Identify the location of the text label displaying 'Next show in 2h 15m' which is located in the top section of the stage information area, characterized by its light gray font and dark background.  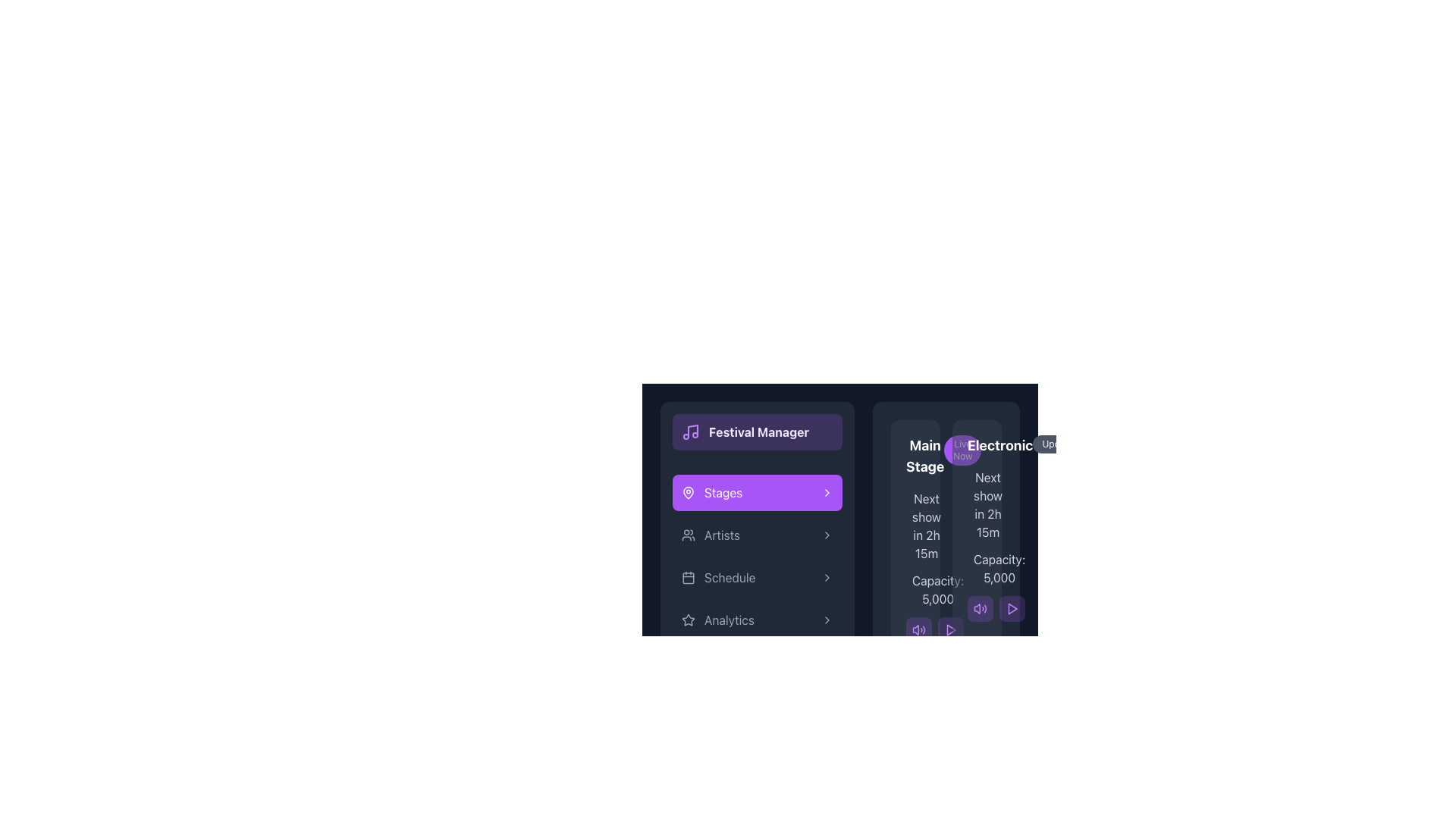
(915, 526).